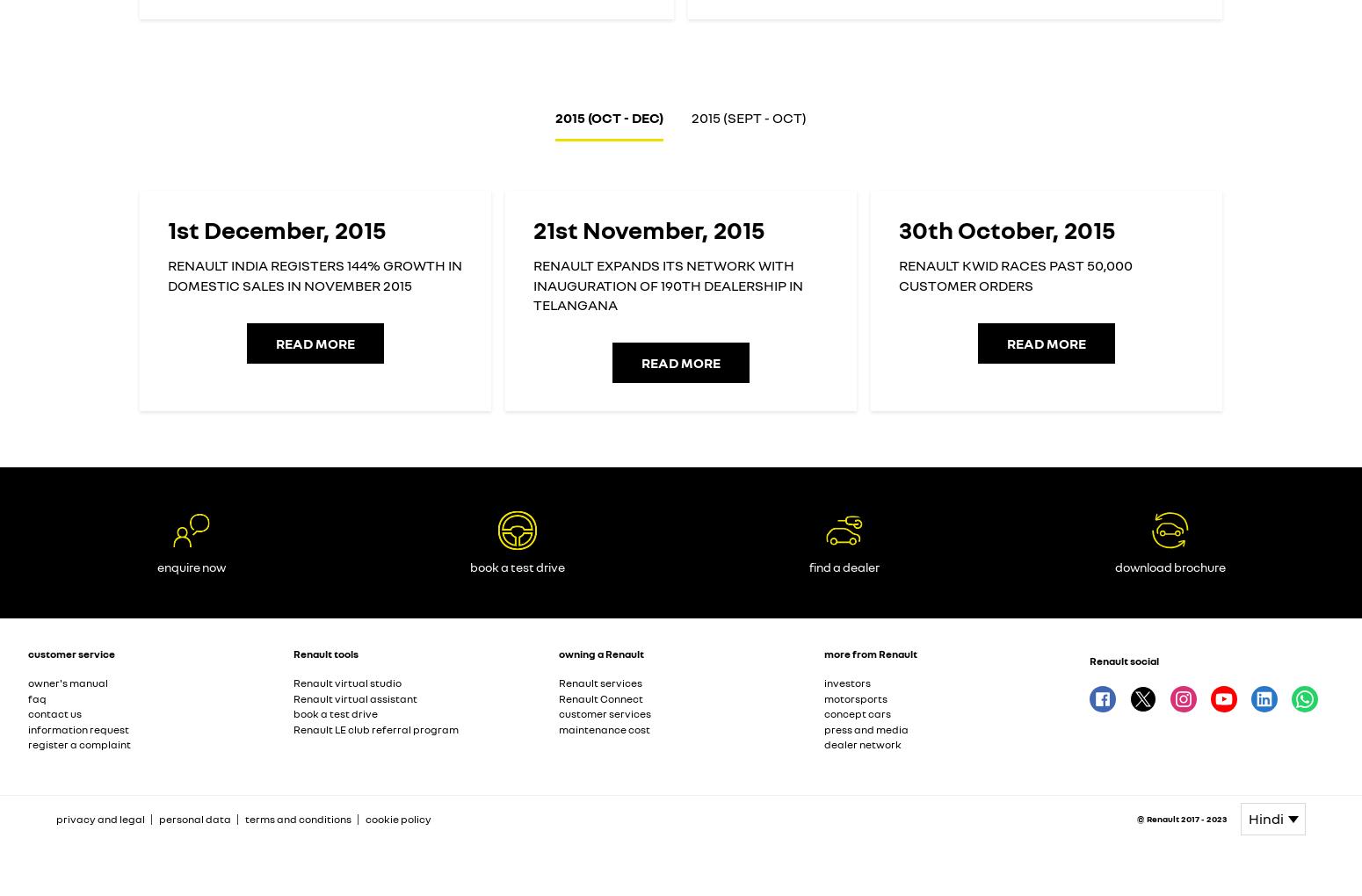 The height and width of the screenshot is (896, 1362). What do you see at coordinates (600, 653) in the screenshot?
I see `'owning a Renault'` at bounding box center [600, 653].